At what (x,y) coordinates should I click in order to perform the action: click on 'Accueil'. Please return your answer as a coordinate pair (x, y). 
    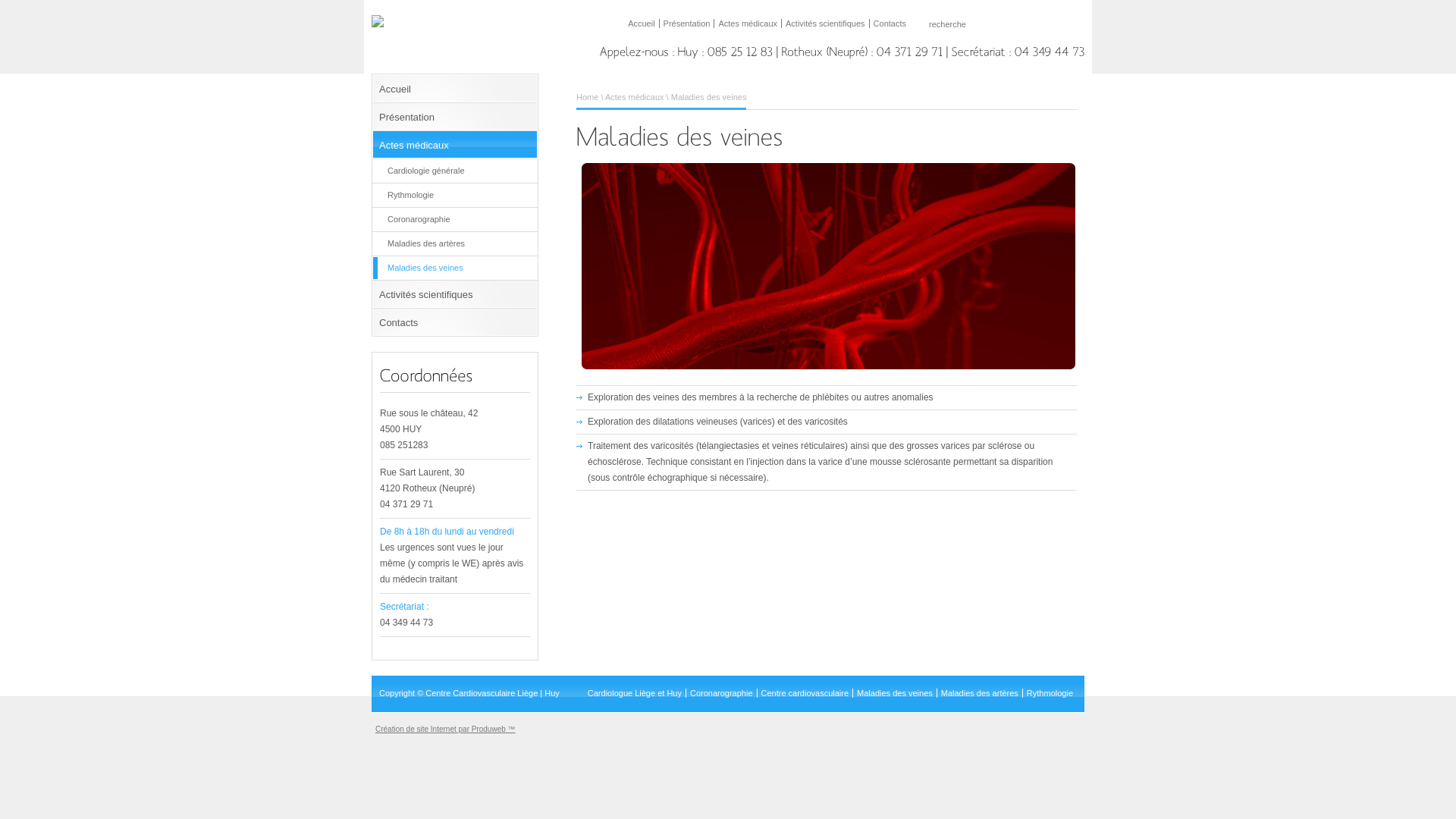
    Looking at the image, I should click on (641, 23).